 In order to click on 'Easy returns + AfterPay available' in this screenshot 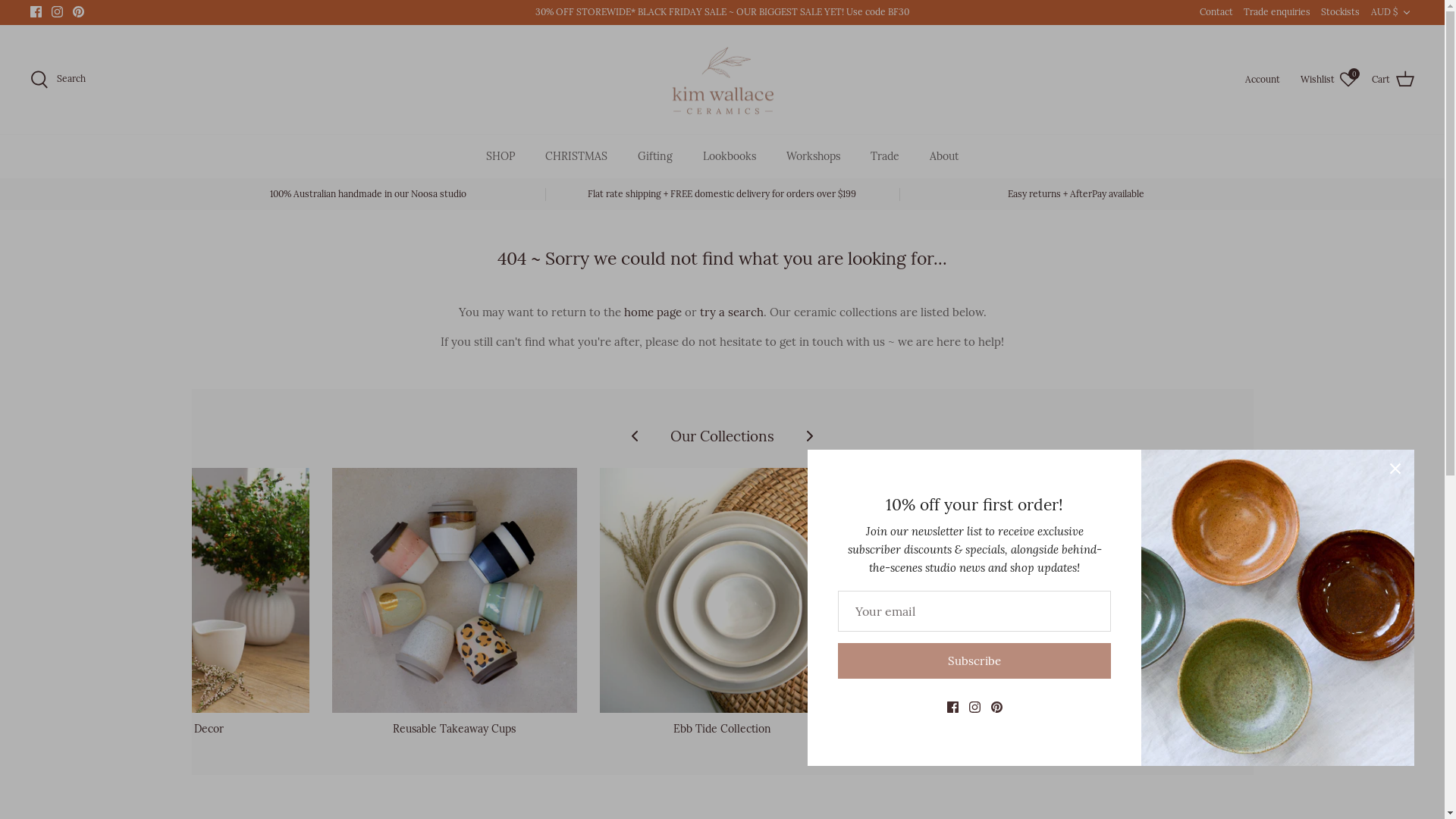, I will do `click(1075, 193)`.